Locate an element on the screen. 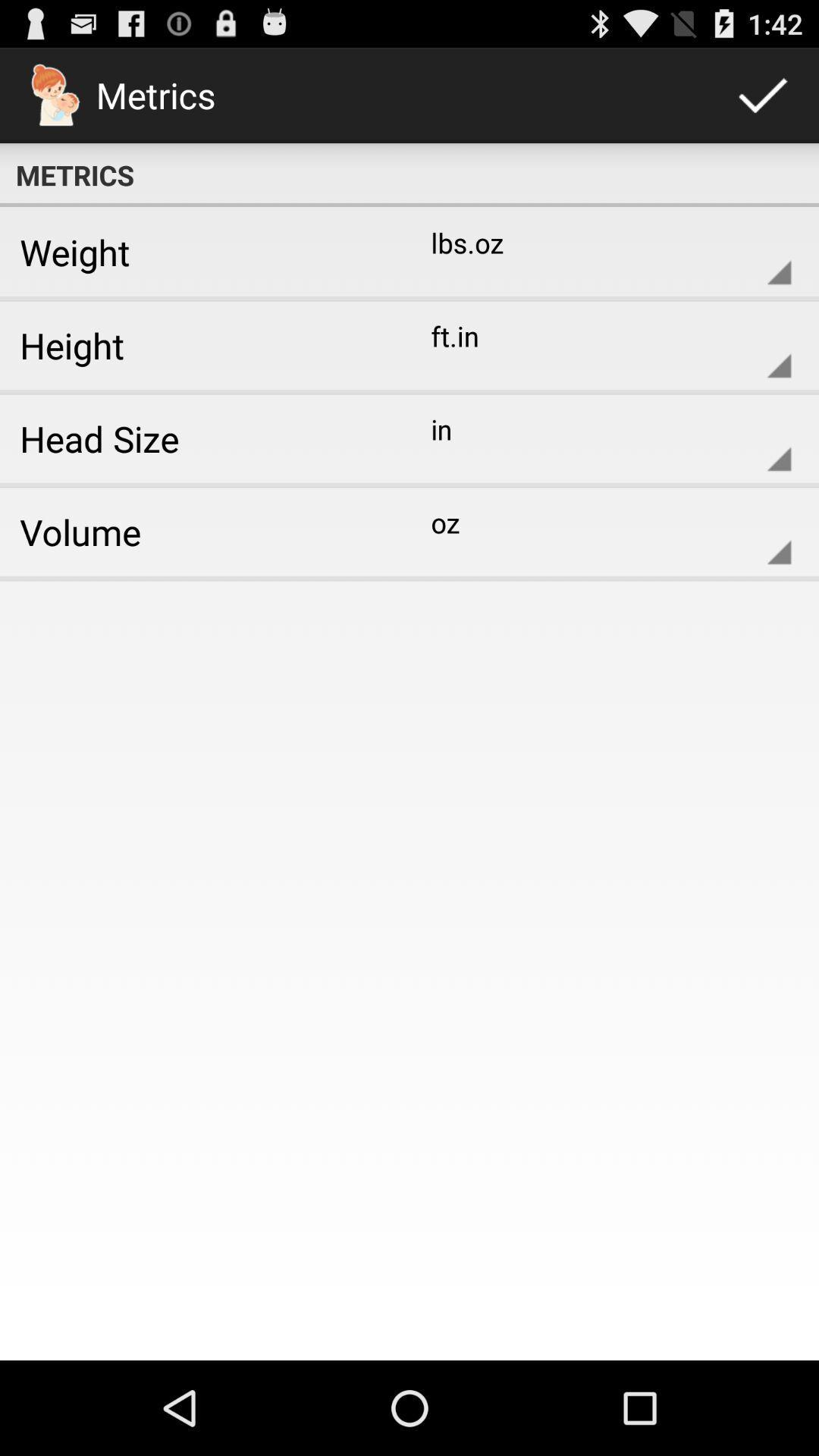 Image resolution: width=819 pixels, height=1456 pixels. icon next to lbs.oz is located at coordinates (199, 252).